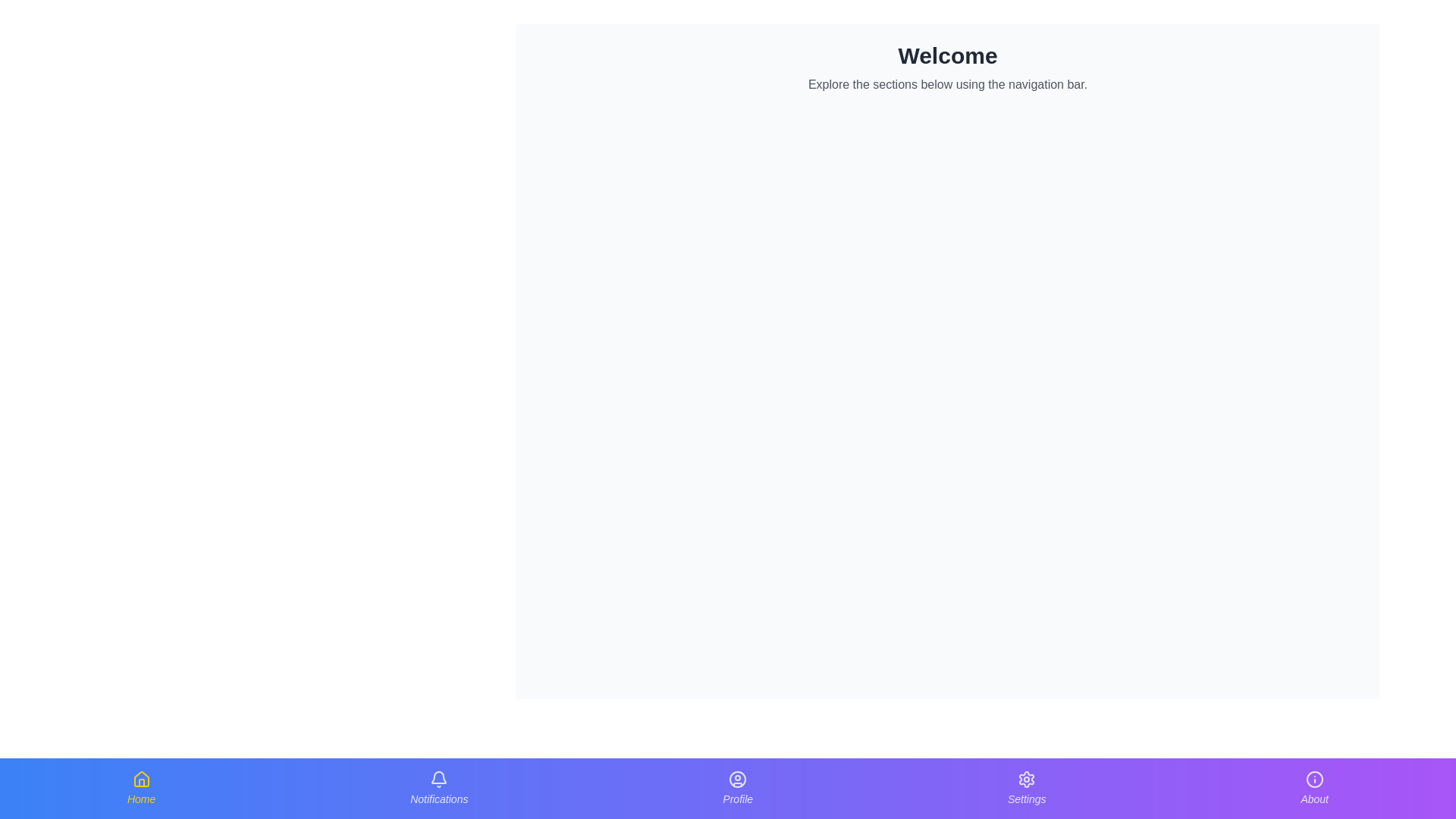  I want to click on the circular outline decorative element in the user profile icon located in the navigation bar at the bottom center of the interface, so click(738, 780).